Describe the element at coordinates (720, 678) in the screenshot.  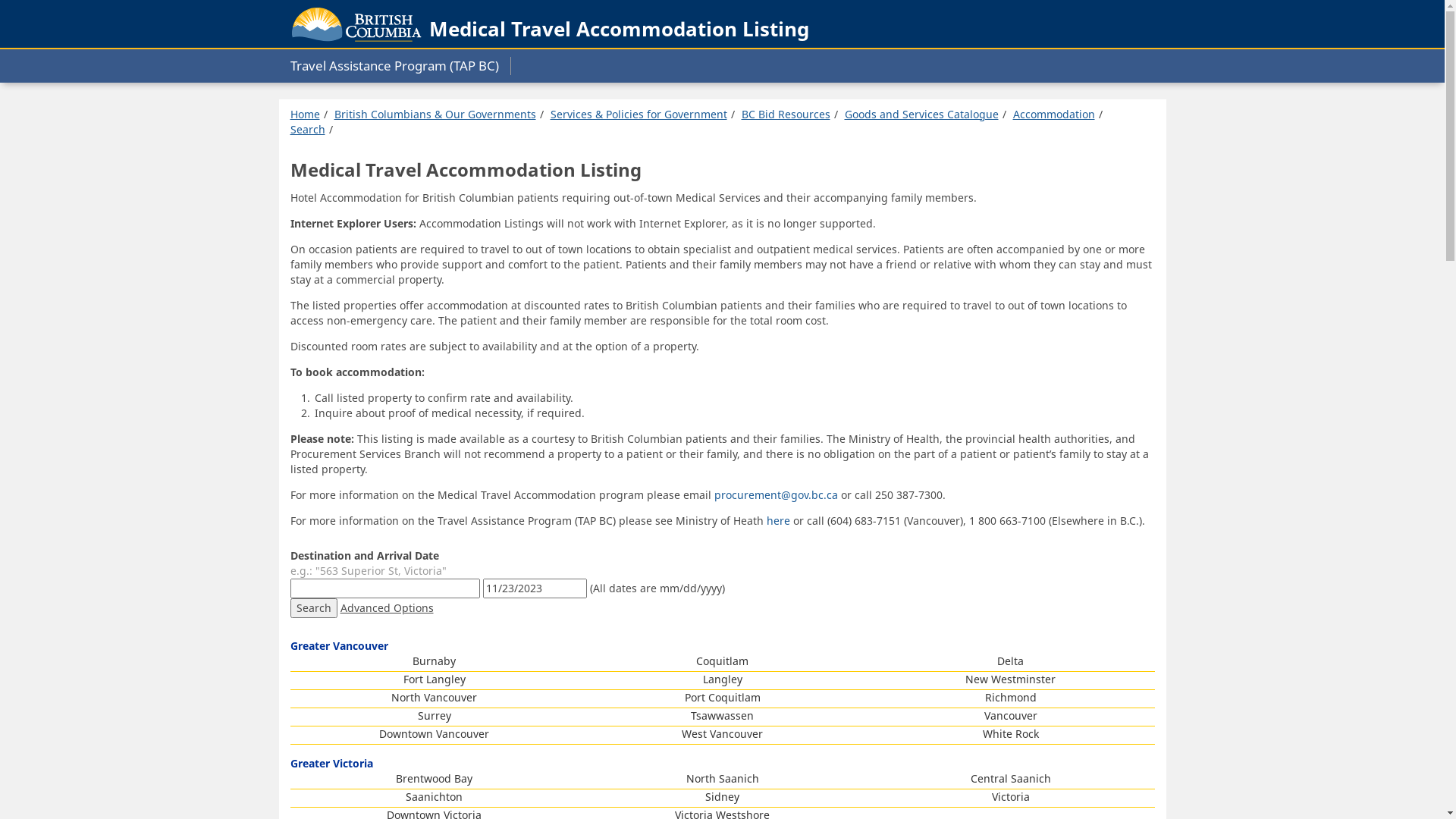
I see `'Langley'` at that location.